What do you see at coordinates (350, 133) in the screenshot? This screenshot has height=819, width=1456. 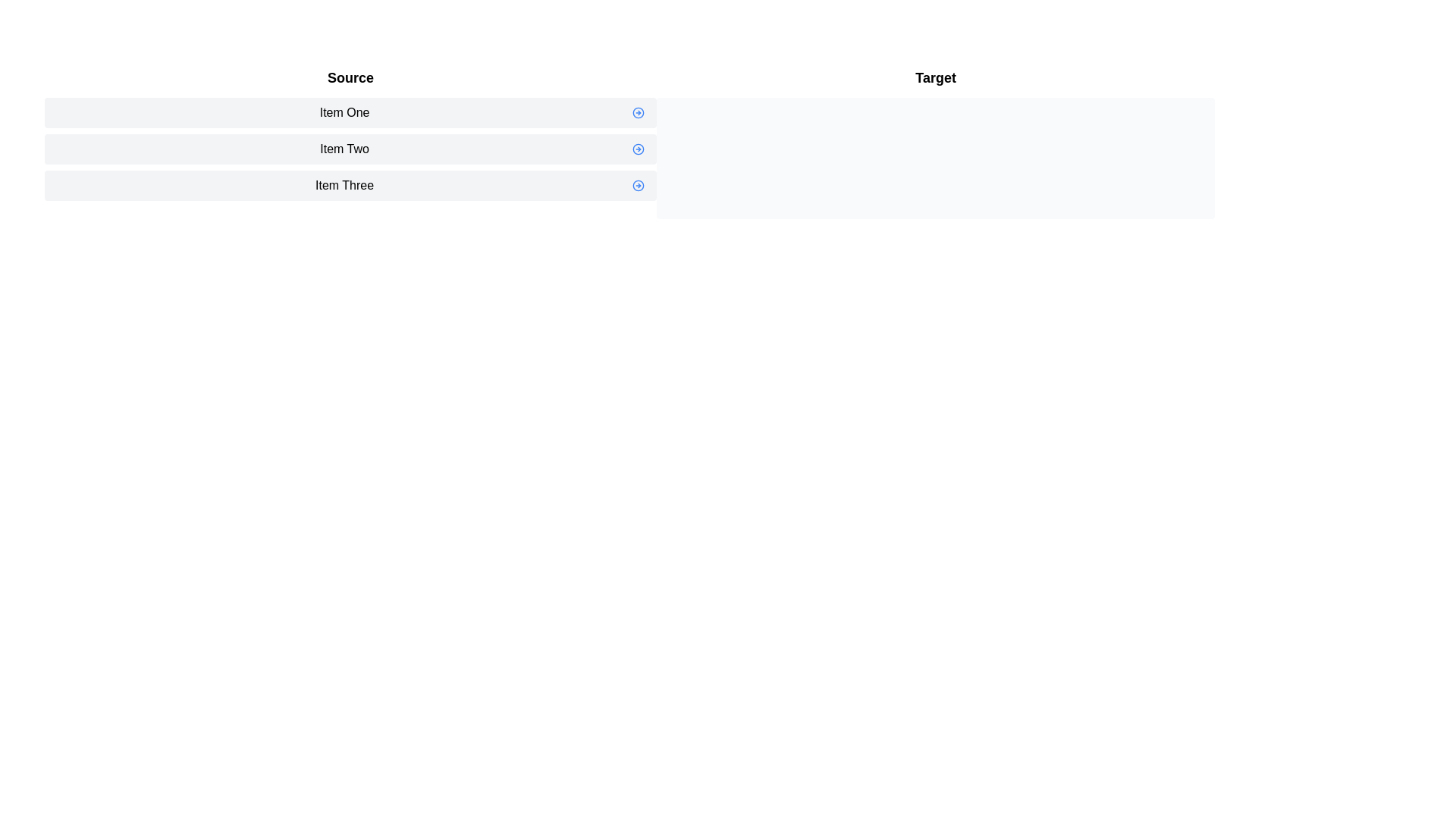 I see `'Item Two', the middle item in the horizontally aligned list within the 'Source' section` at bounding box center [350, 133].